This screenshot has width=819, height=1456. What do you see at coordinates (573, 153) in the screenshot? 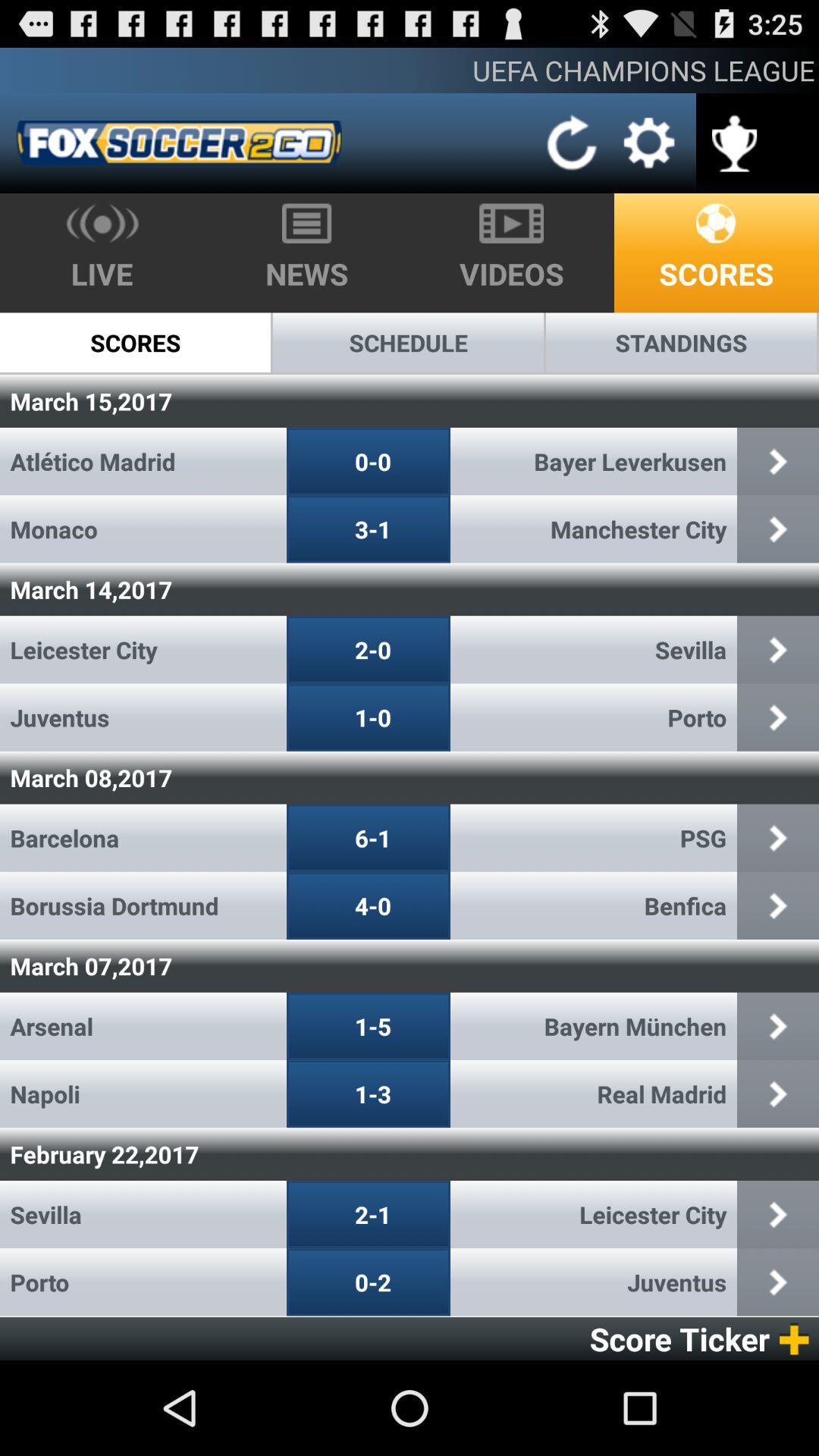
I see `the refresh icon` at bounding box center [573, 153].